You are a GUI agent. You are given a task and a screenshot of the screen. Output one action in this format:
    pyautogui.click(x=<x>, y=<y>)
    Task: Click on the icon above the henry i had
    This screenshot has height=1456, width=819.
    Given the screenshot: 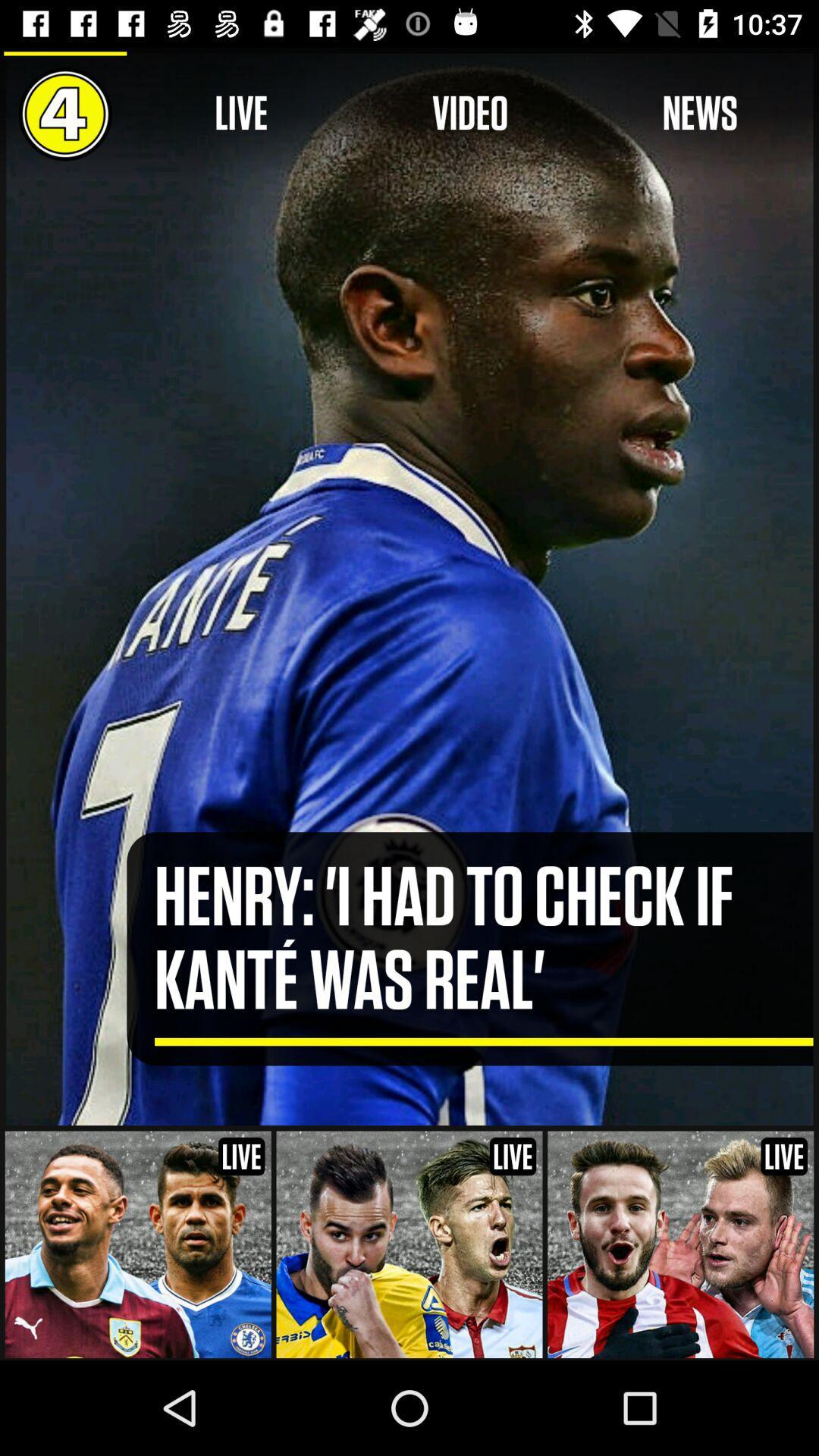 What is the action you would take?
    pyautogui.click(x=700, y=113)
    